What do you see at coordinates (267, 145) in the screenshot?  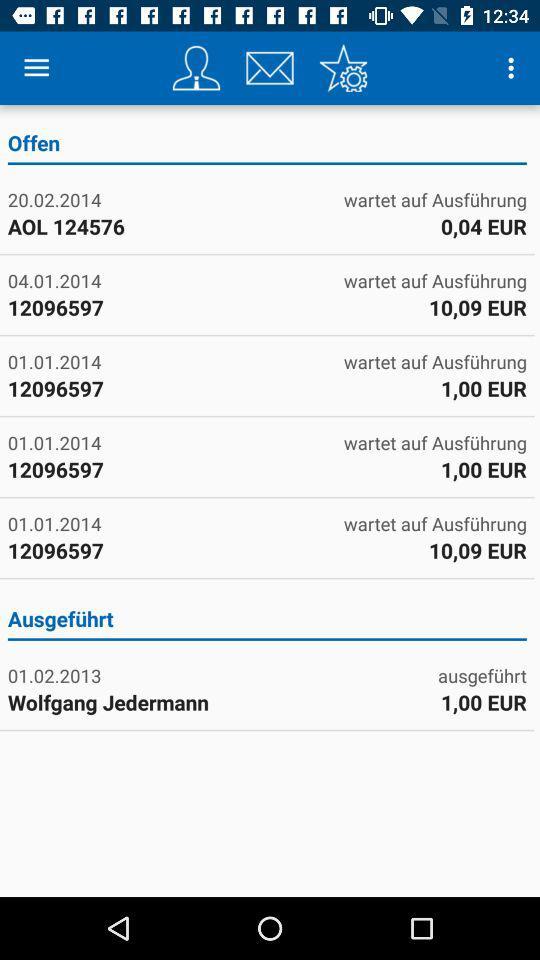 I see `offen item` at bounding box center [267, 145].